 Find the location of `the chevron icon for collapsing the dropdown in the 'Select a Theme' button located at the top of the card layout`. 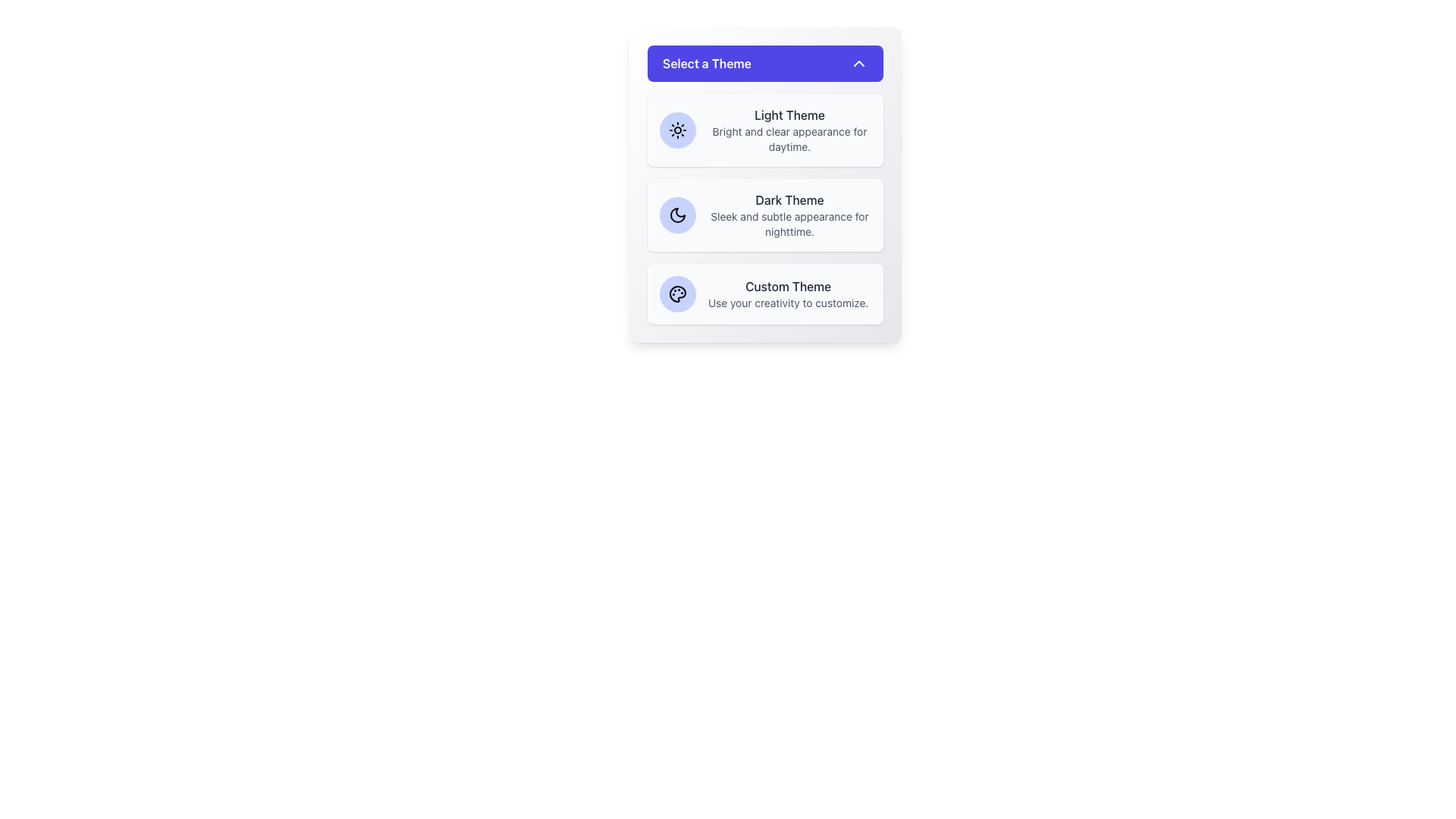

the chevron icon for collapsing the dropdown in the 'Select a Theme' button located at the top of the card layout is located at coordinates (858, 63).